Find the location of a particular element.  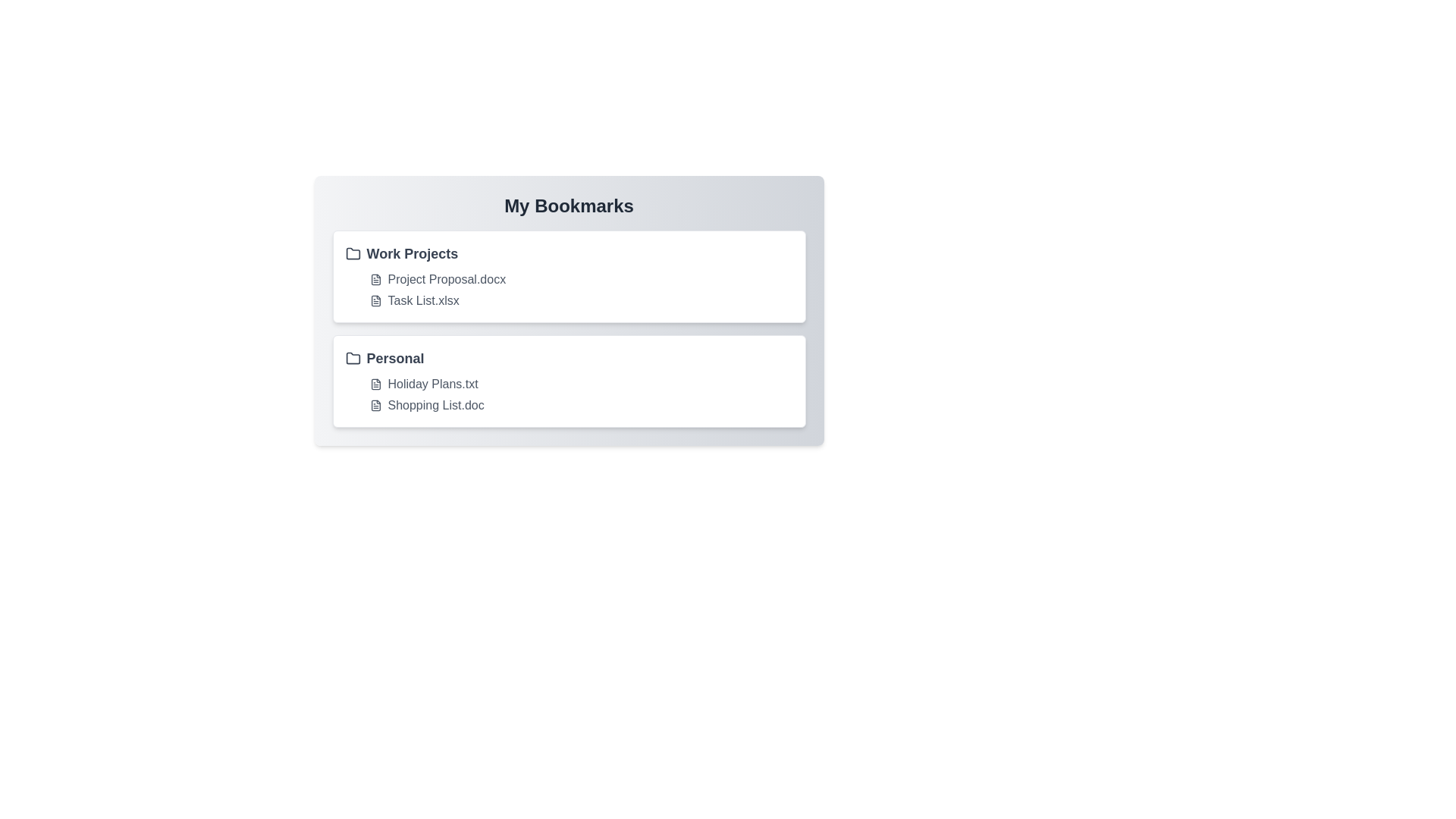

the document icon component, which is represented by a rectangular outline and is located to the left of the text label 'Holiday Plans.txt' in the 'Personal' section of bookmarks is located at coordinates (375, 383).